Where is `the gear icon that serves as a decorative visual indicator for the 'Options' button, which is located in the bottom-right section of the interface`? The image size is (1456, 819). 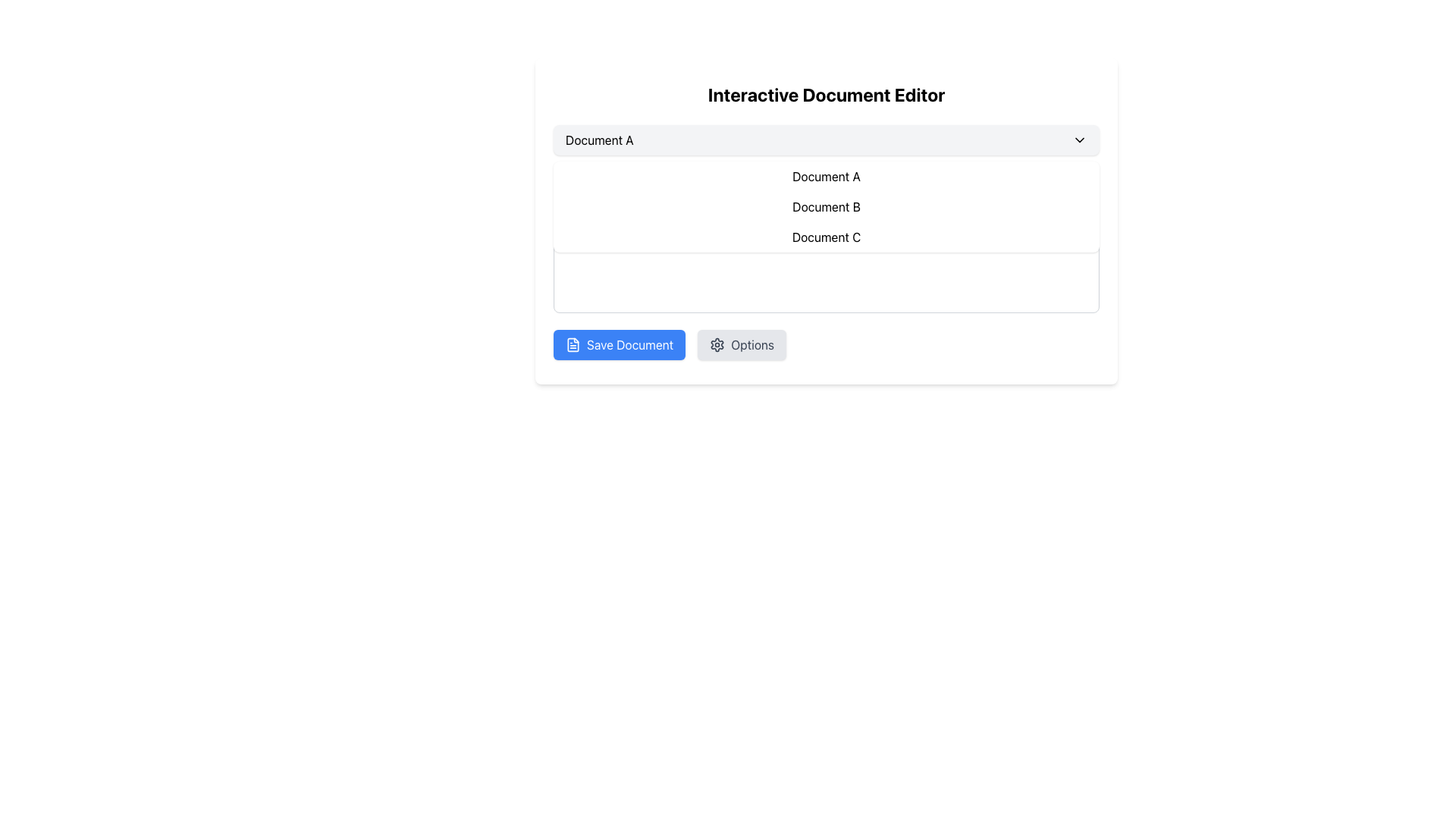
the gear icon that serves as a decorative visual indicator for the 'Options' button, which is located in the bottom-right section of the interface is located at coordinates (717, 345).